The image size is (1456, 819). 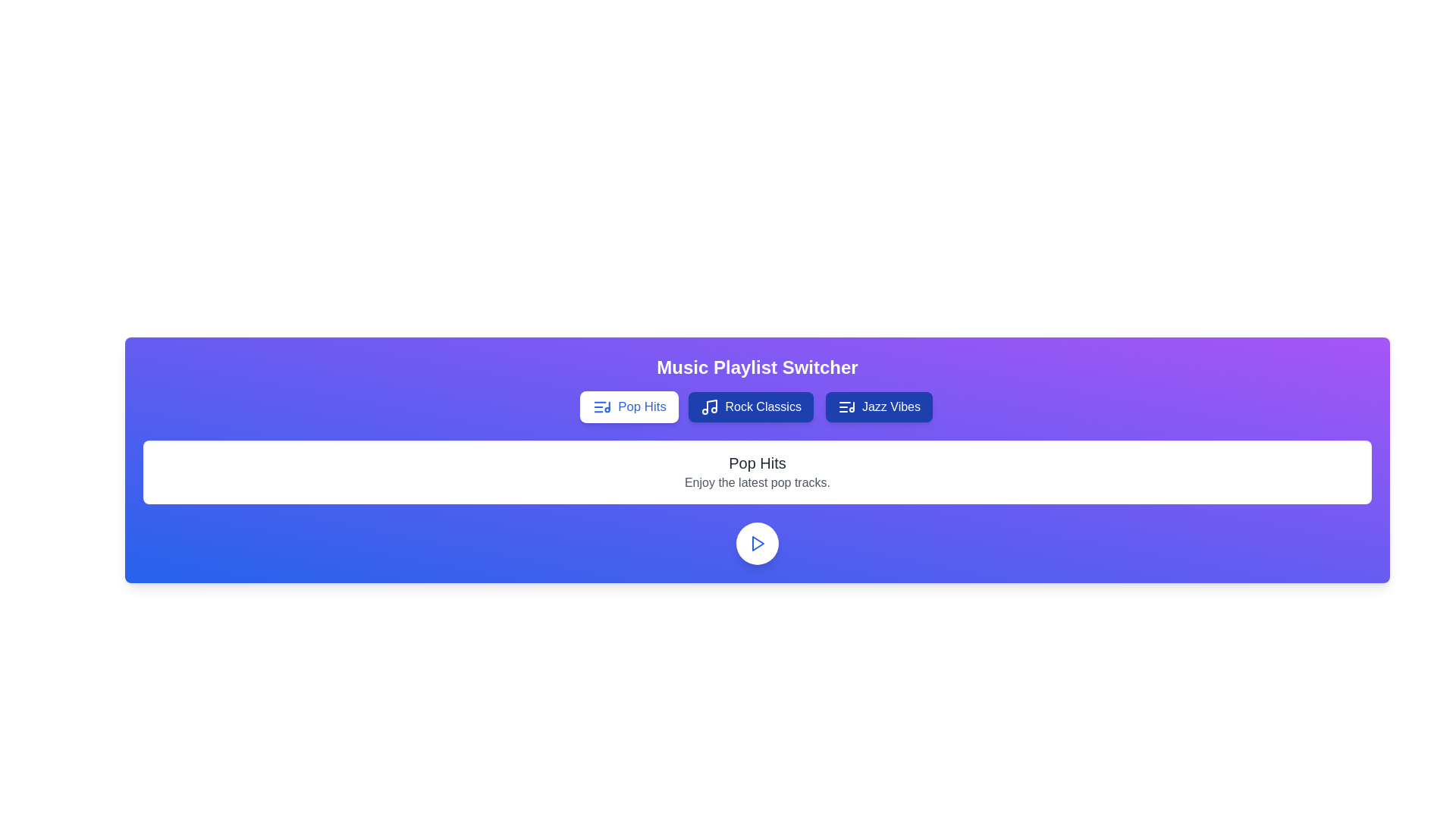 What do you see at coordinates (846, 406) in the screenshot?
I see `the music note icon located inside the 'Jazz Vibes' button, positioned toward the left side of the label` at bounding box center [846, 406].